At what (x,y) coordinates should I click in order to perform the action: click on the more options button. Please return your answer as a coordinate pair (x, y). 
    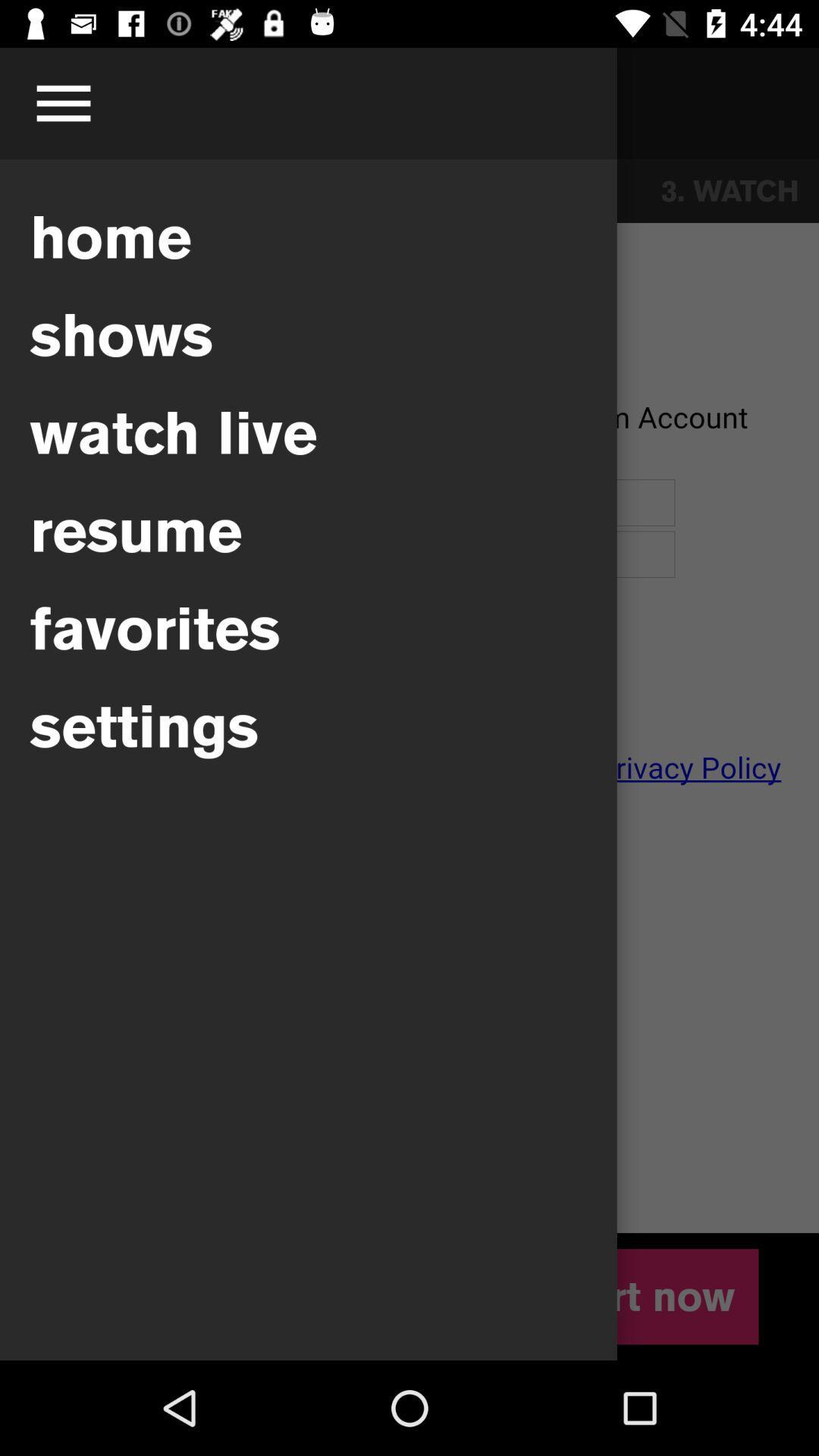
    Looking at the image, I should click on (63, 103).